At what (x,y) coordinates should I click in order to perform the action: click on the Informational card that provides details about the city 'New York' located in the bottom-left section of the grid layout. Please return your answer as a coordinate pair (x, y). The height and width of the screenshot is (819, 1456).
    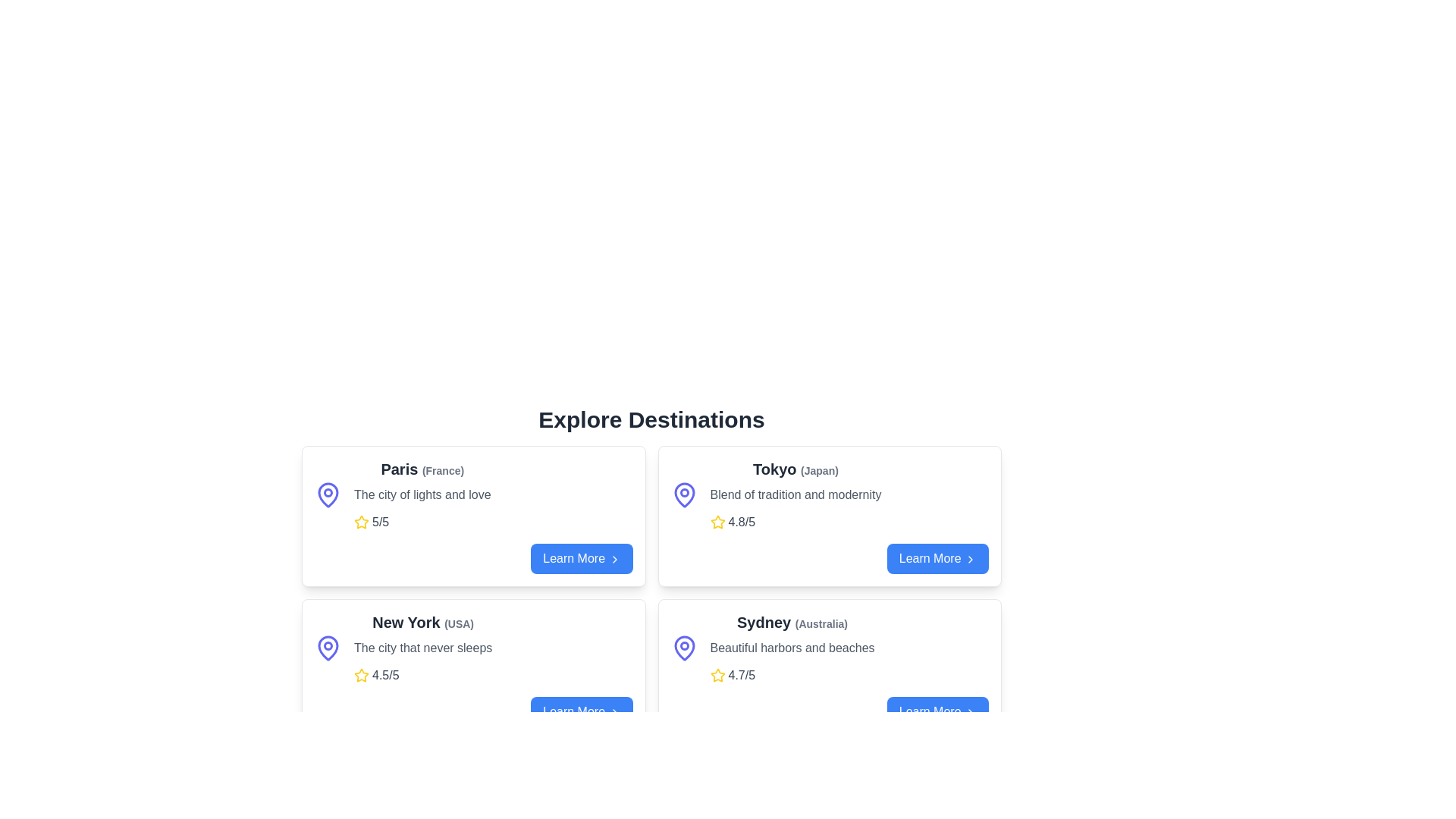
    Looking at the image, I should click on (423, 648).